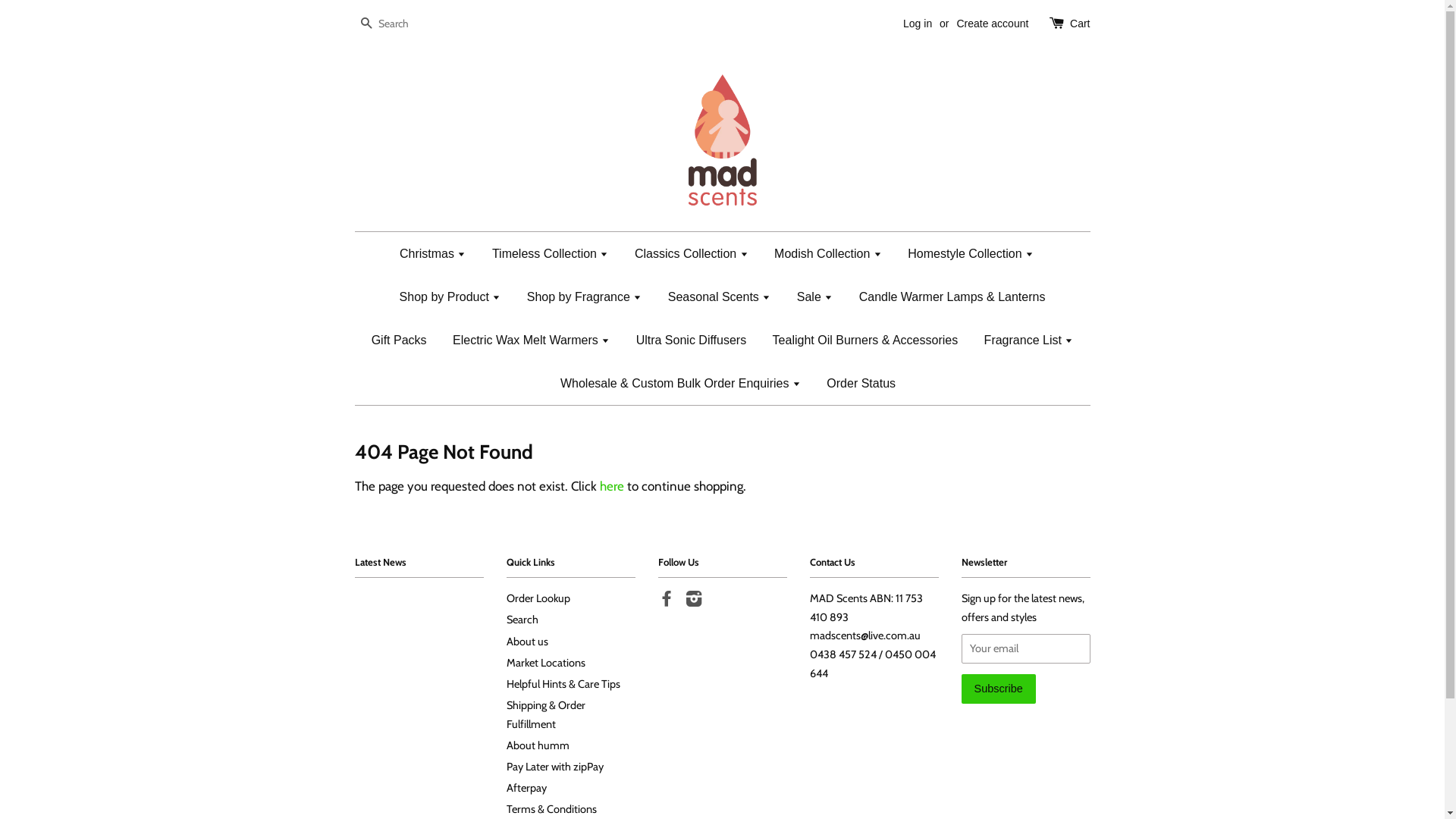  I want to click on 'Afterpay', so click(526, 786).